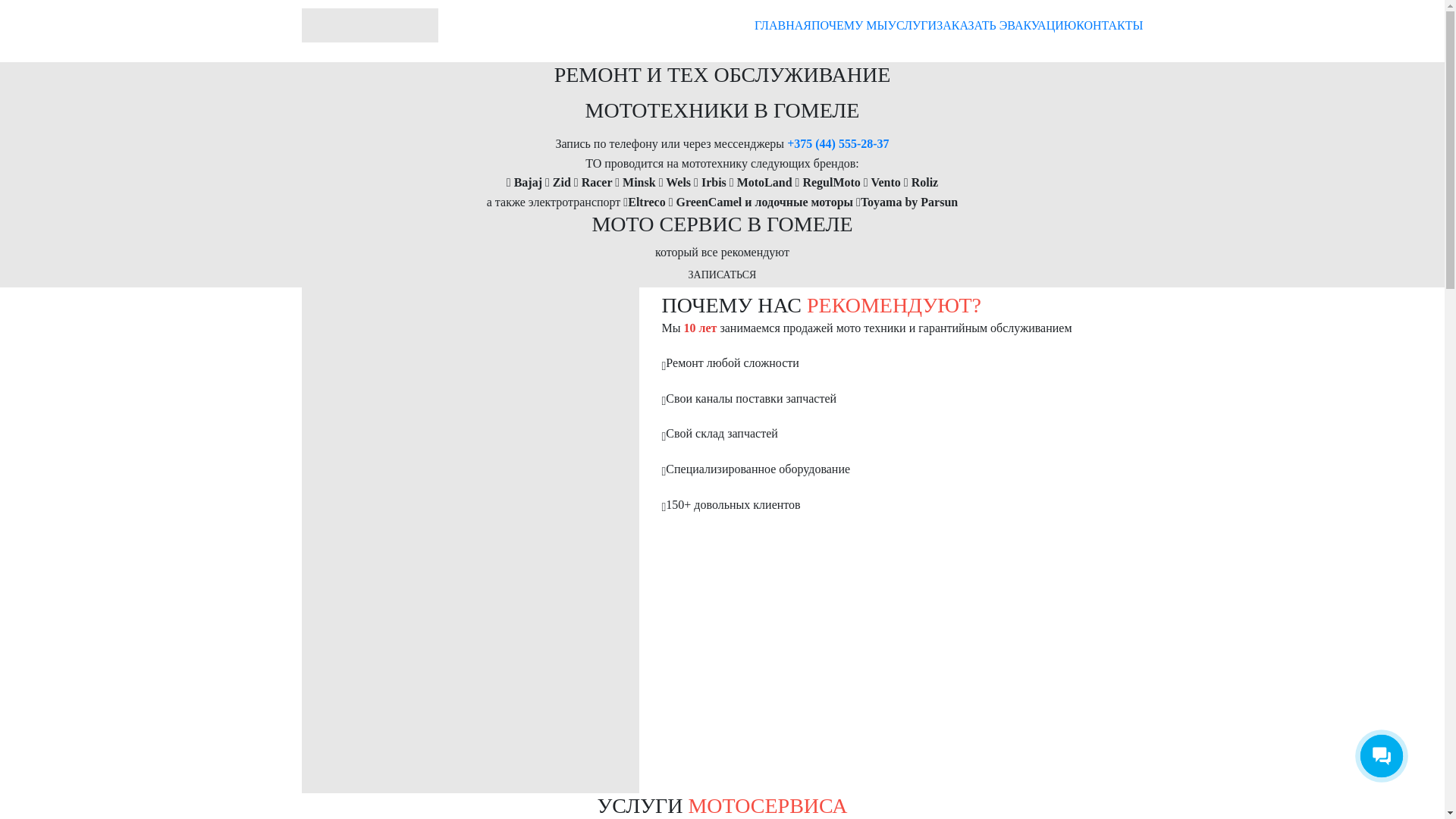 The width and height of the screenshot is (1456, 819). Describe the element at coordinates (836, 143) in the screenshot. I see `'+375 (44) 555-28-37'` at that location.